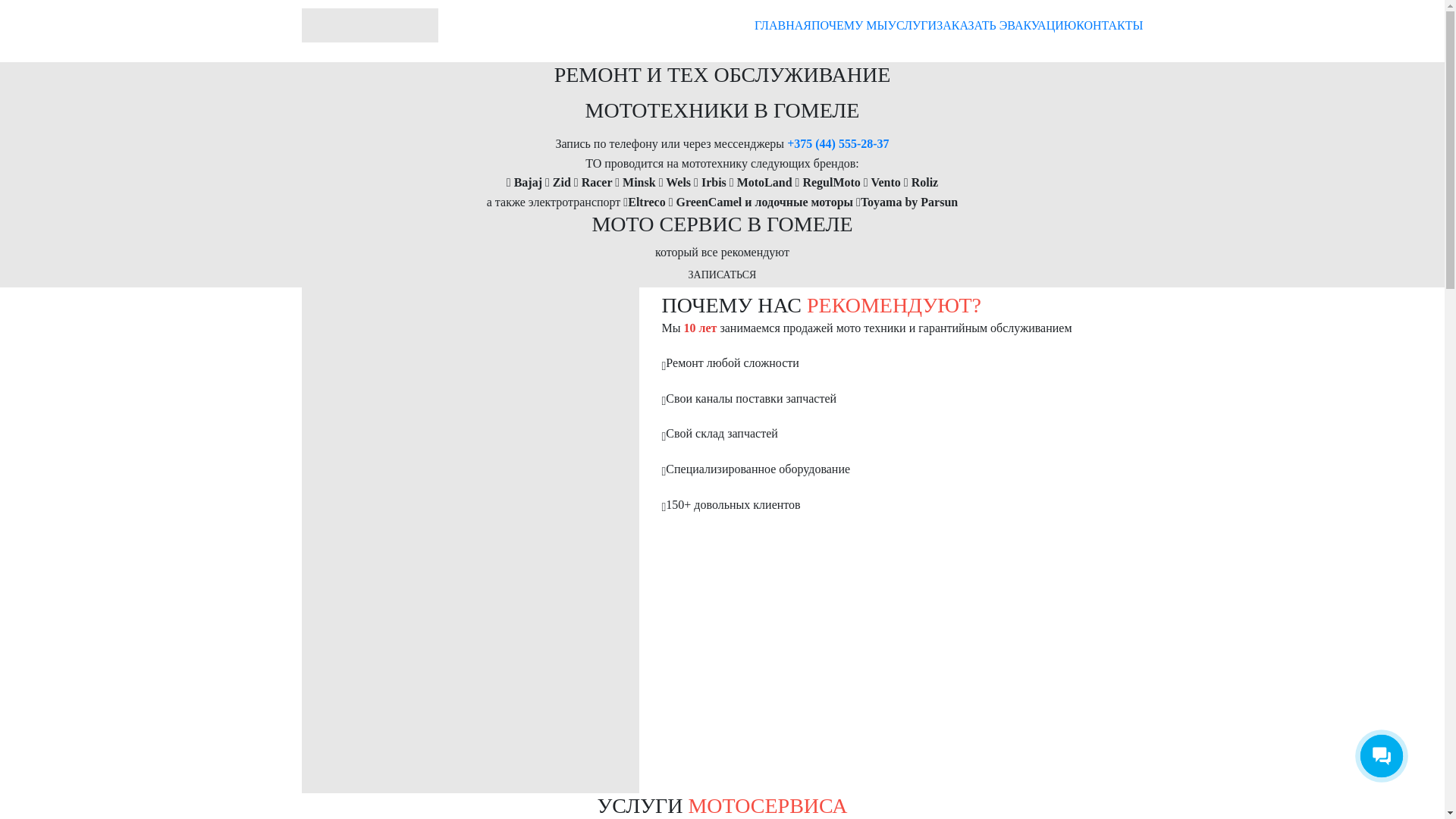 The width and height of the screenshot is (1456, 819). Describe the element at coordinates (836, 143) in the screenshot. I see `'+375 (44) 555-28-37'` at that location.